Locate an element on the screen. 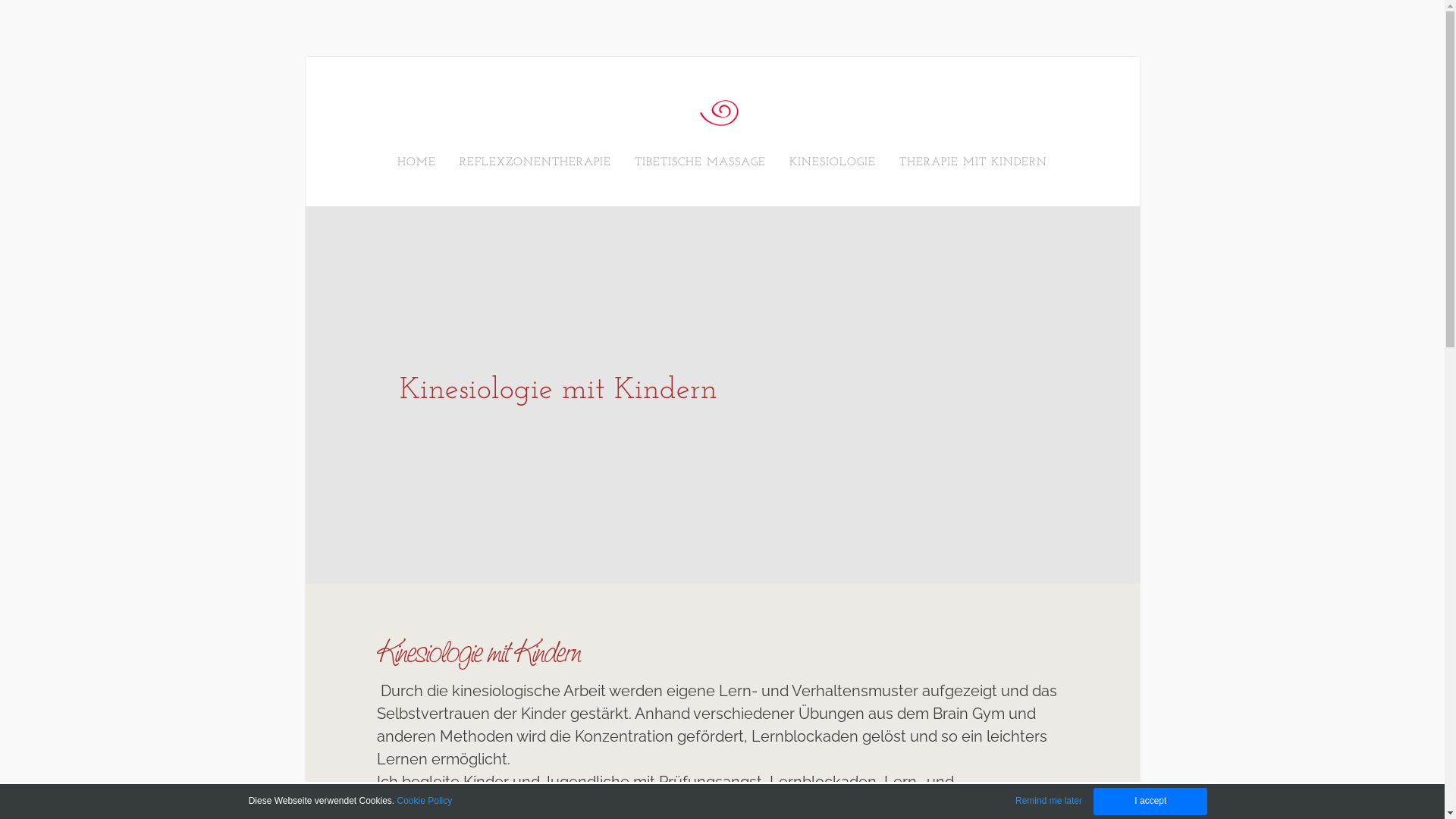 Image resolution: width=1456 pixels, height=819 pixels. 'TIBETISCHE MASSAGE' is located at coordinates (699, 162).